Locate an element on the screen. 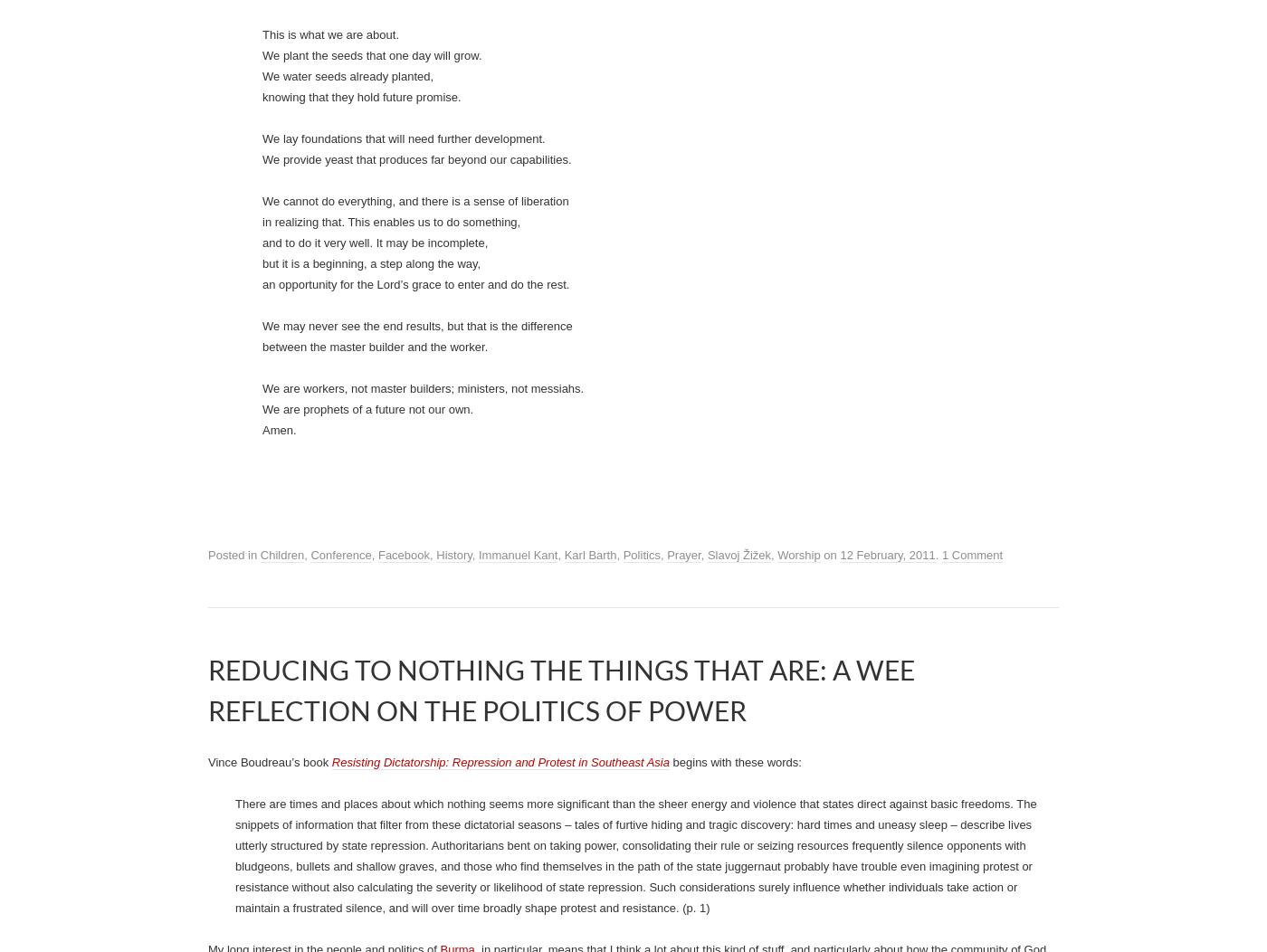  'Immanuel Kant’s guide to a good dinner party' is located at coordinates (362, 214).